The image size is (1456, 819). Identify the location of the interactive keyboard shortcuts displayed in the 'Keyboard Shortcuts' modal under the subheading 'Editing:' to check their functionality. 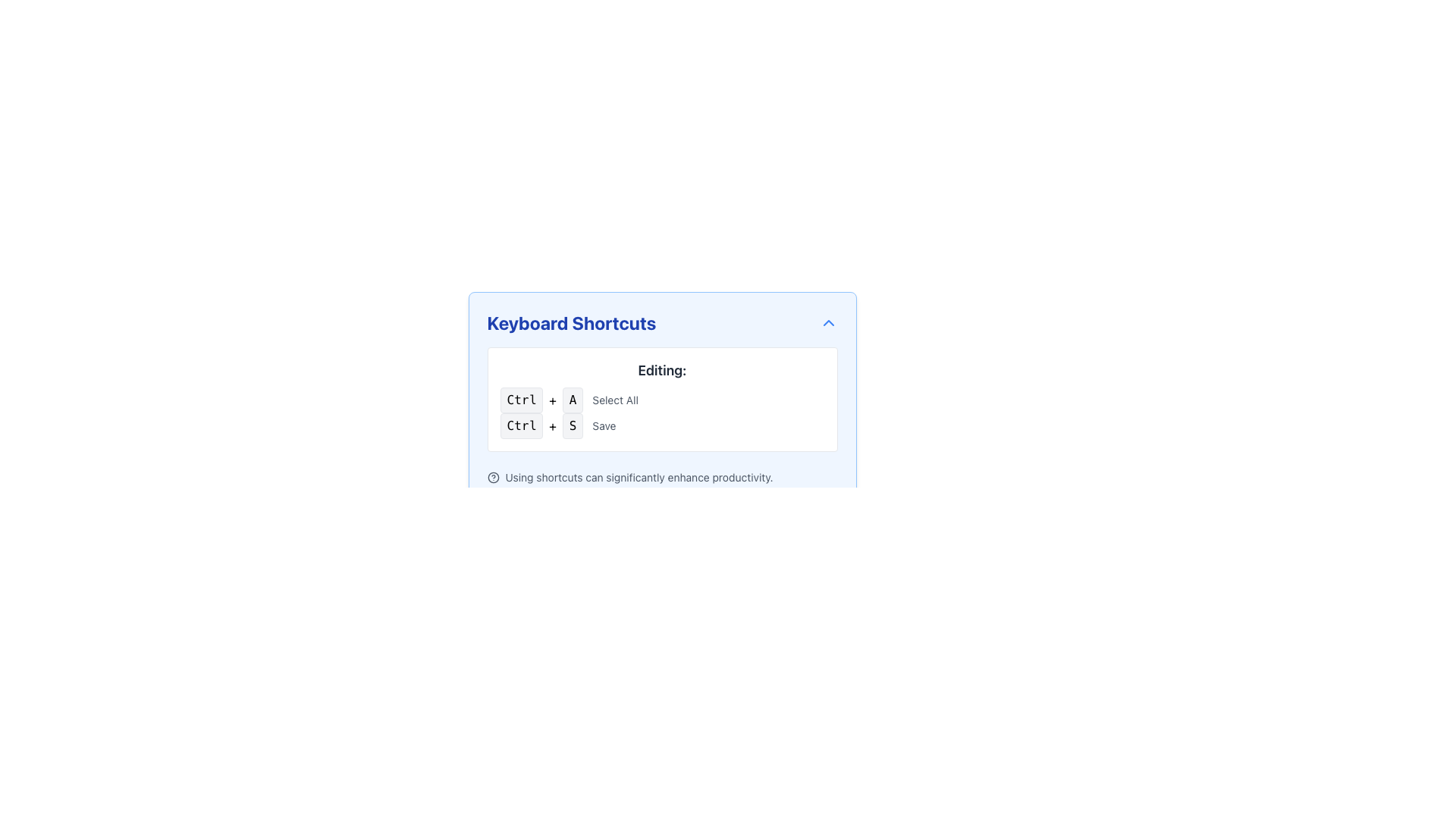
(662, 413).